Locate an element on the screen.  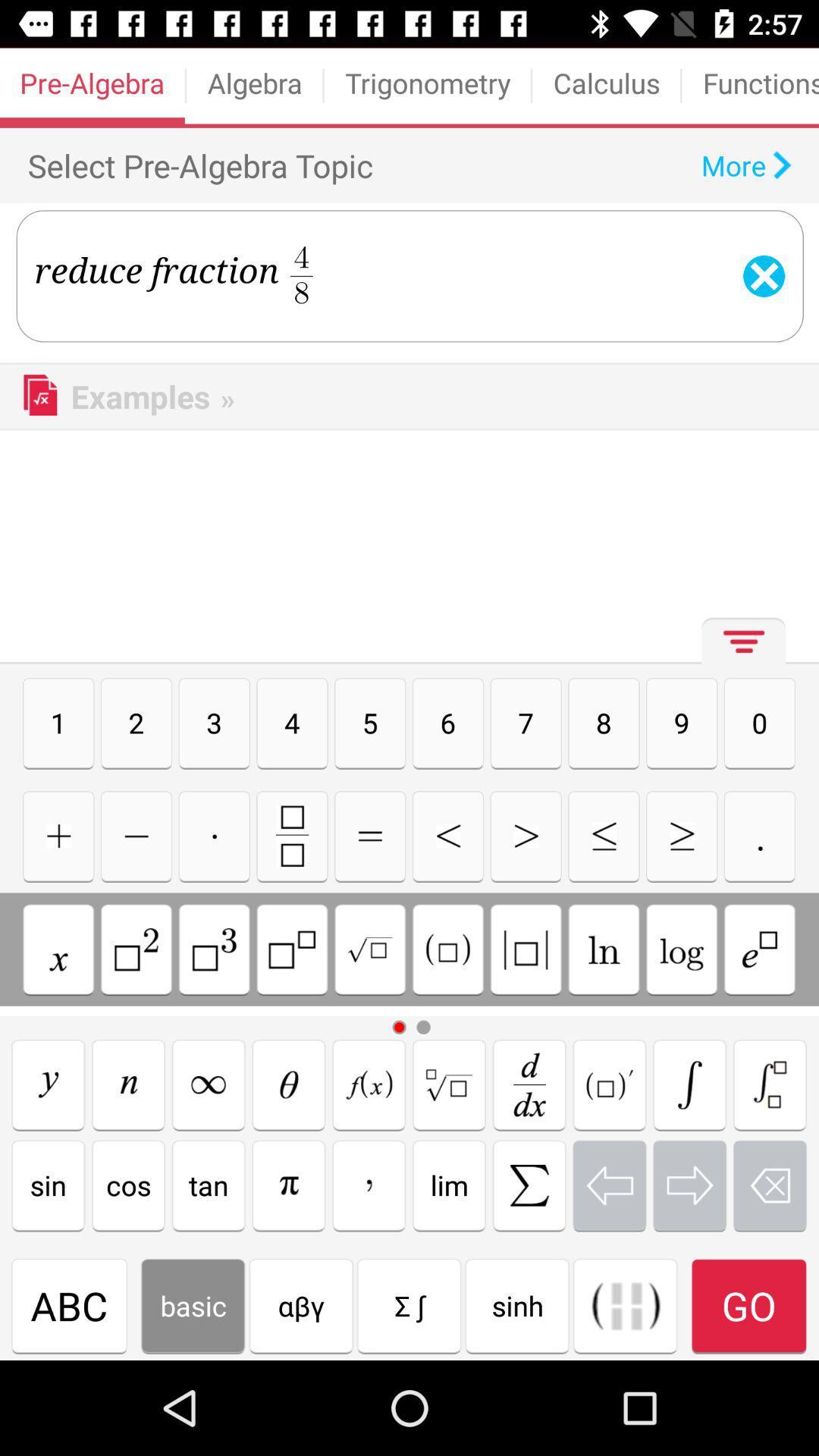
keywords button is located at coordinates (760, 949).